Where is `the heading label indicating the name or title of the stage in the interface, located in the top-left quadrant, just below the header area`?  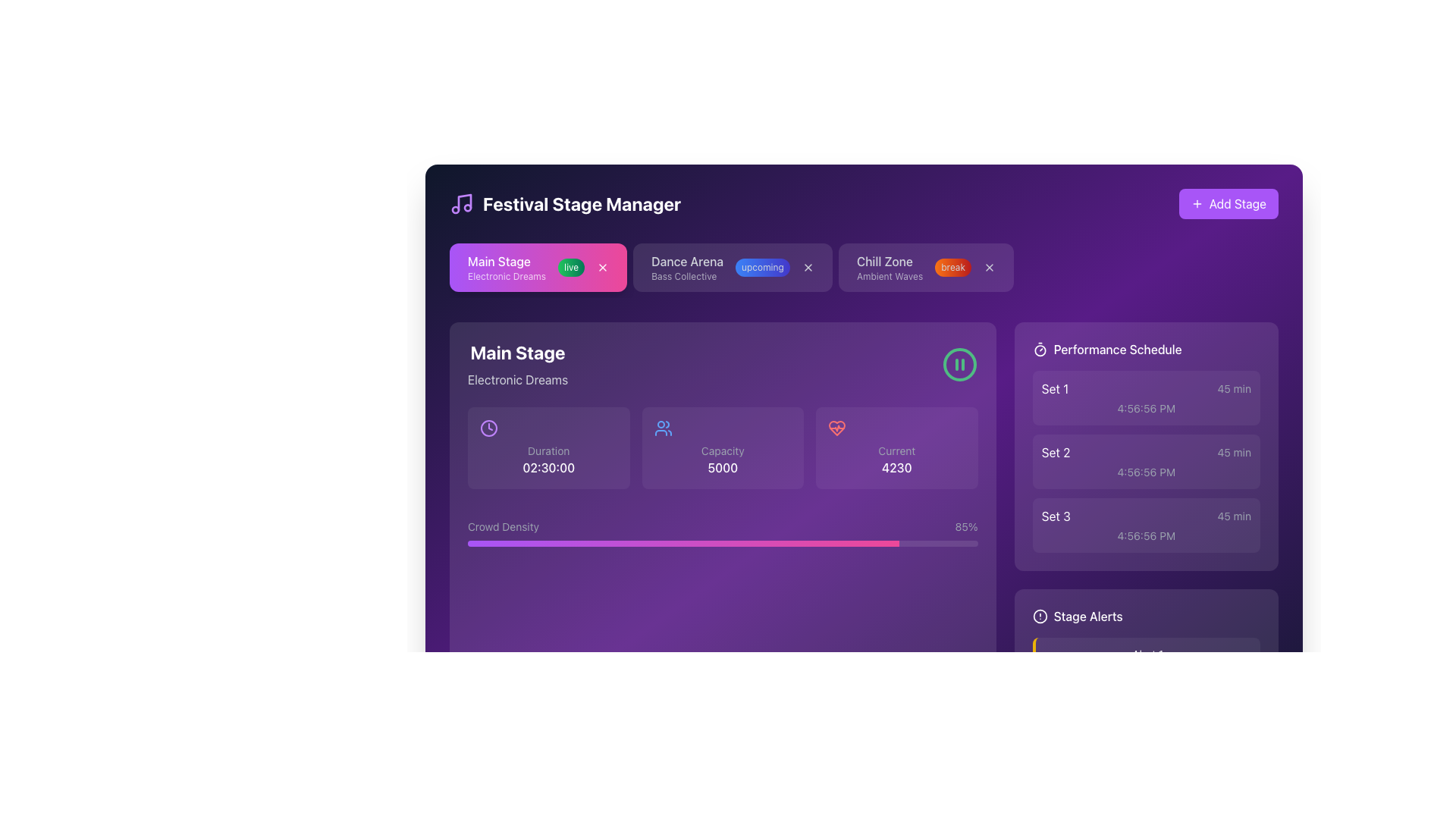 the heading label indicating the name or title of the stage in the interface, located in the top-left quadrant, just below the header area is located at coordinates (518, 353).